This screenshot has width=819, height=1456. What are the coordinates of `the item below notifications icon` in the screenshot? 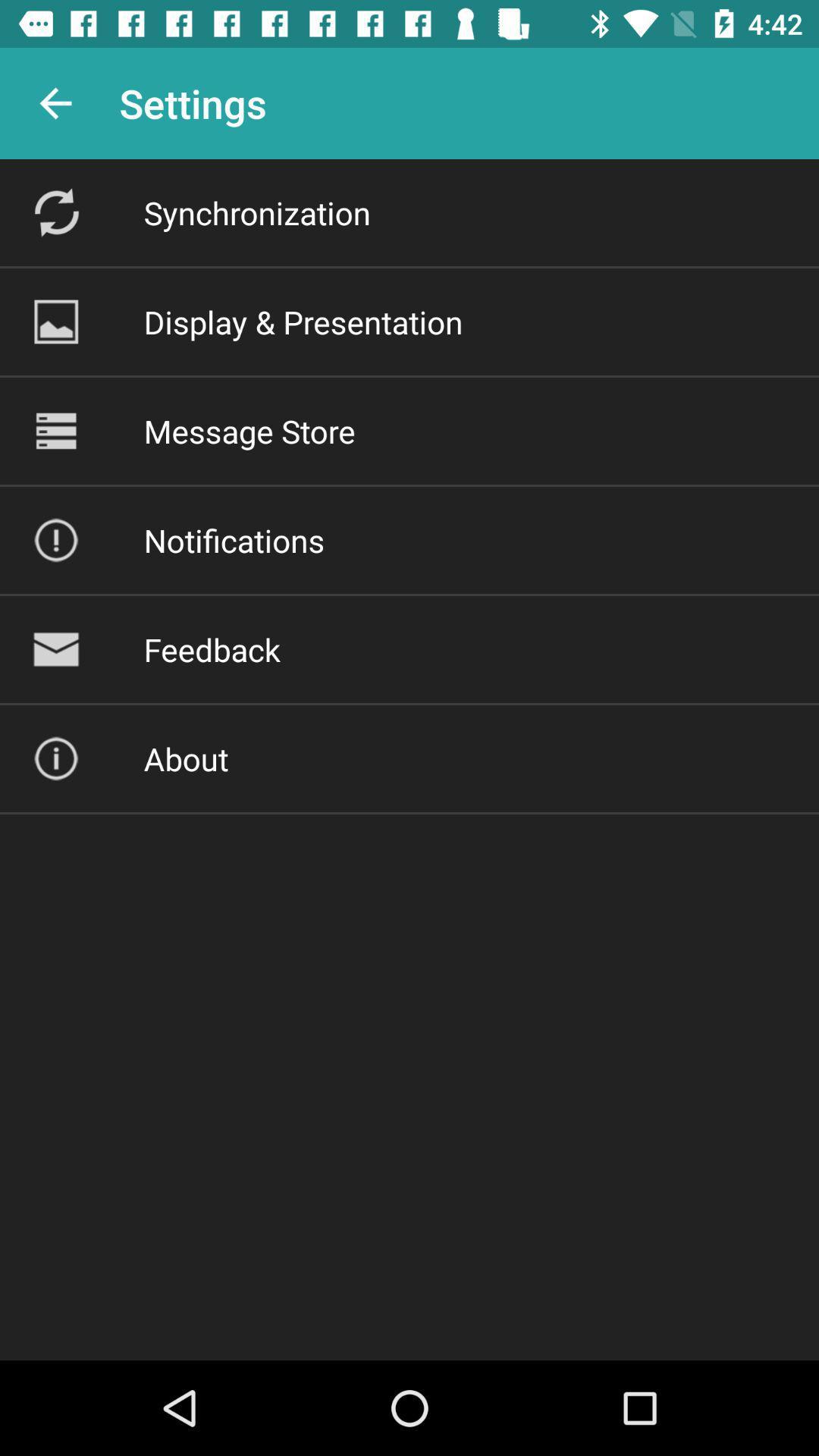 It's located at (212, 649).